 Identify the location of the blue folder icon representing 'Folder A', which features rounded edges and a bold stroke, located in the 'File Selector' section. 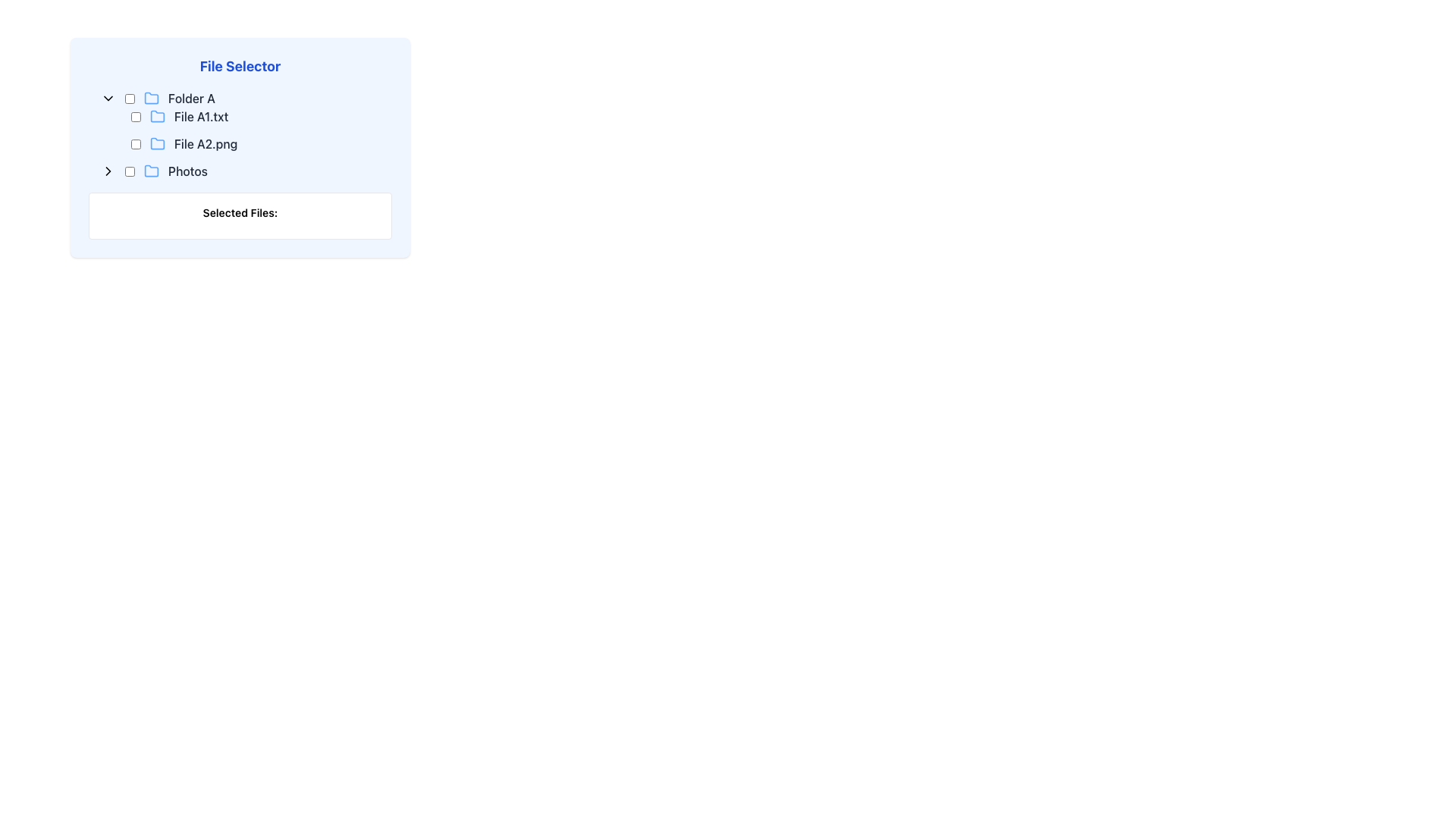
(152, 99).